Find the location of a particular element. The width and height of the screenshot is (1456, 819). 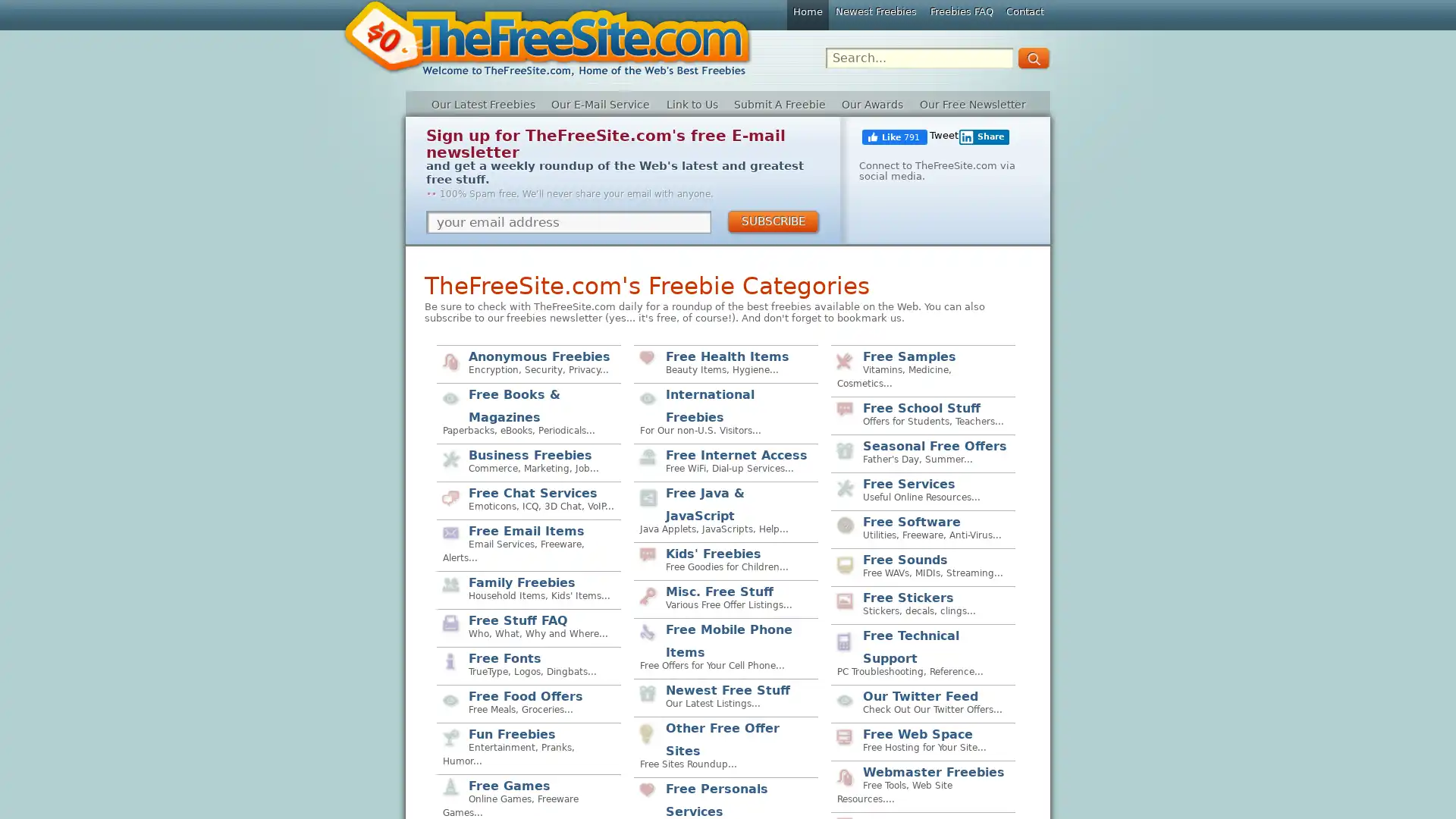

GO is located at coordinates (1033, 57).